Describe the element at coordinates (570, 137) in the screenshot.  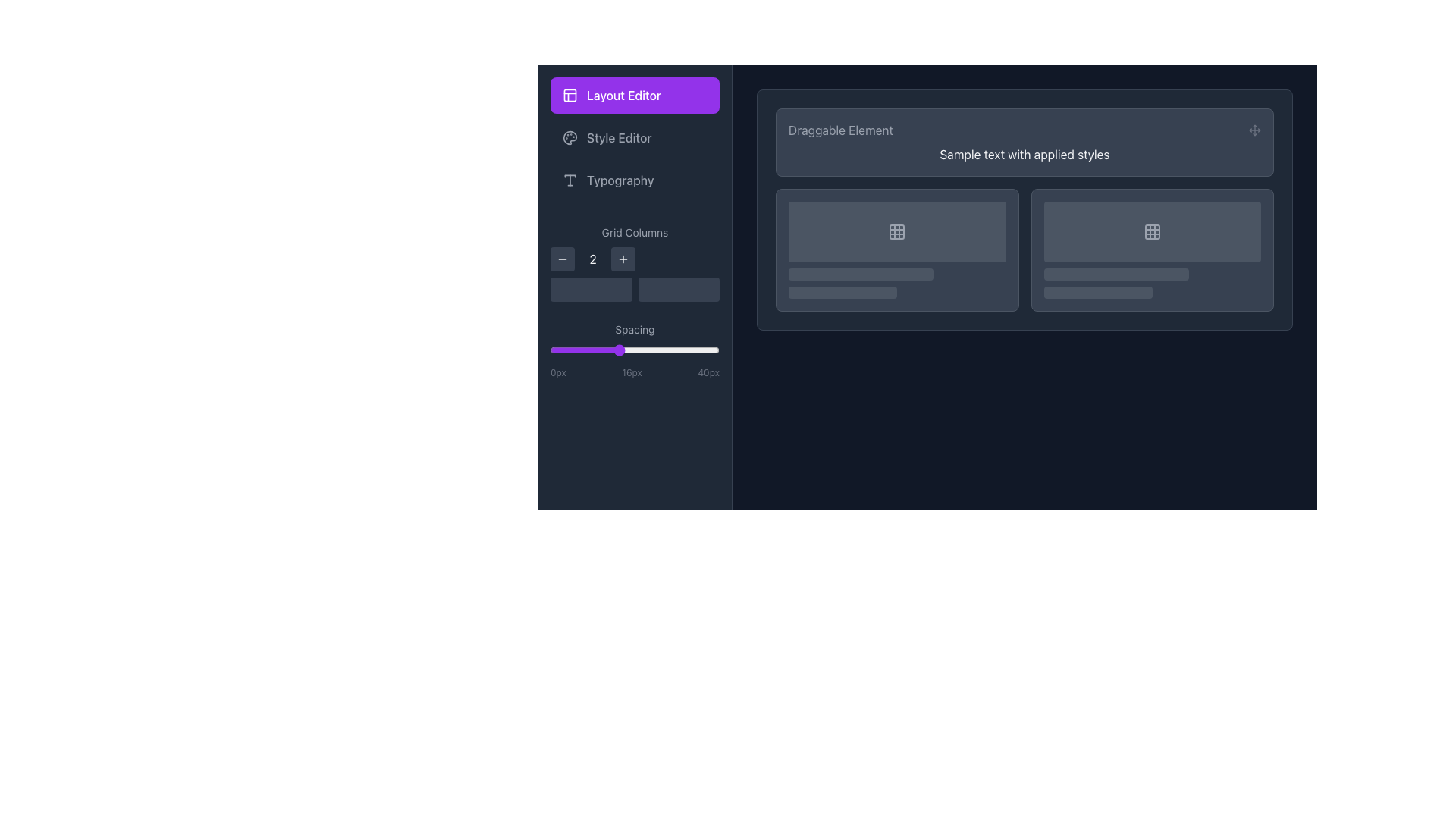
I see `the icon located in the left-side navigation panel near the top, which serves as a visual cue for the 'Style Editor' option` at that location.